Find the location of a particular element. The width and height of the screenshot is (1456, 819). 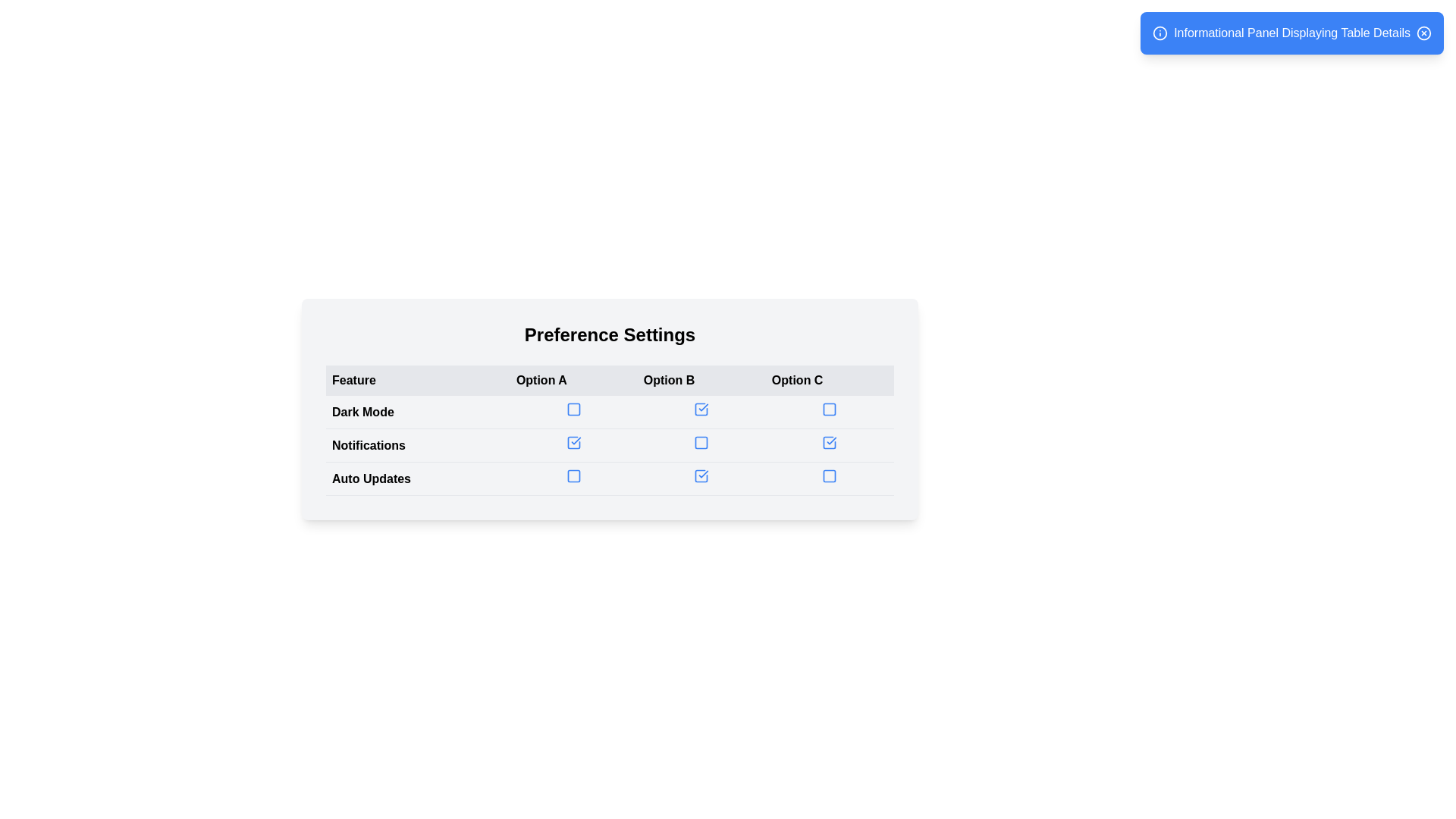

the 'Auto Updates' feature using the keyboard arrows to interact with the checkboxes for options A, B, and C is located at coordinates (610, 479).